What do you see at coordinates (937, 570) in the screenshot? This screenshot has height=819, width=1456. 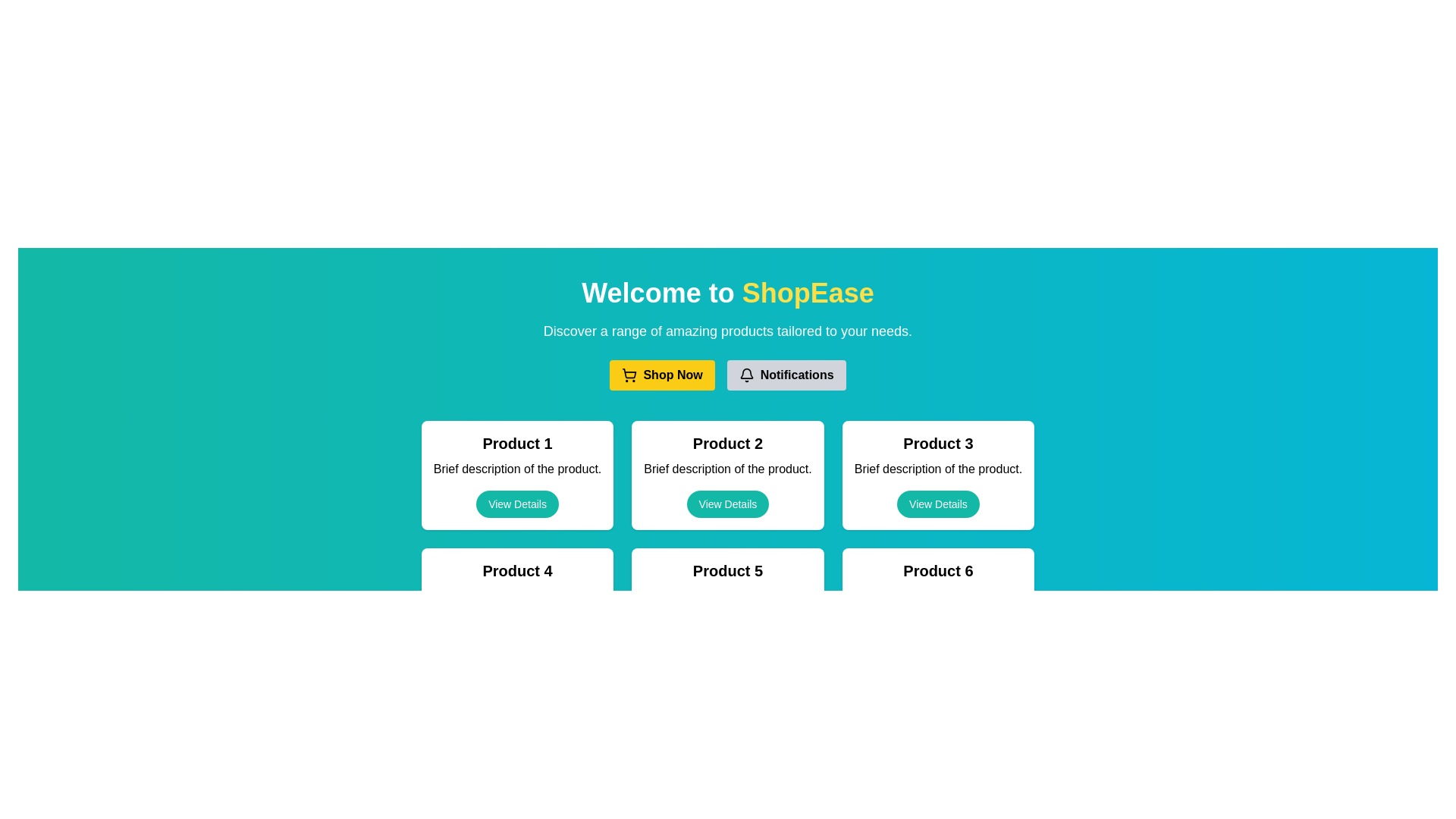 I see `the text label 'Product 6' which is prominently displayed in a bold, large font at the top of the sixth product card` at bounding box center [937, 570].